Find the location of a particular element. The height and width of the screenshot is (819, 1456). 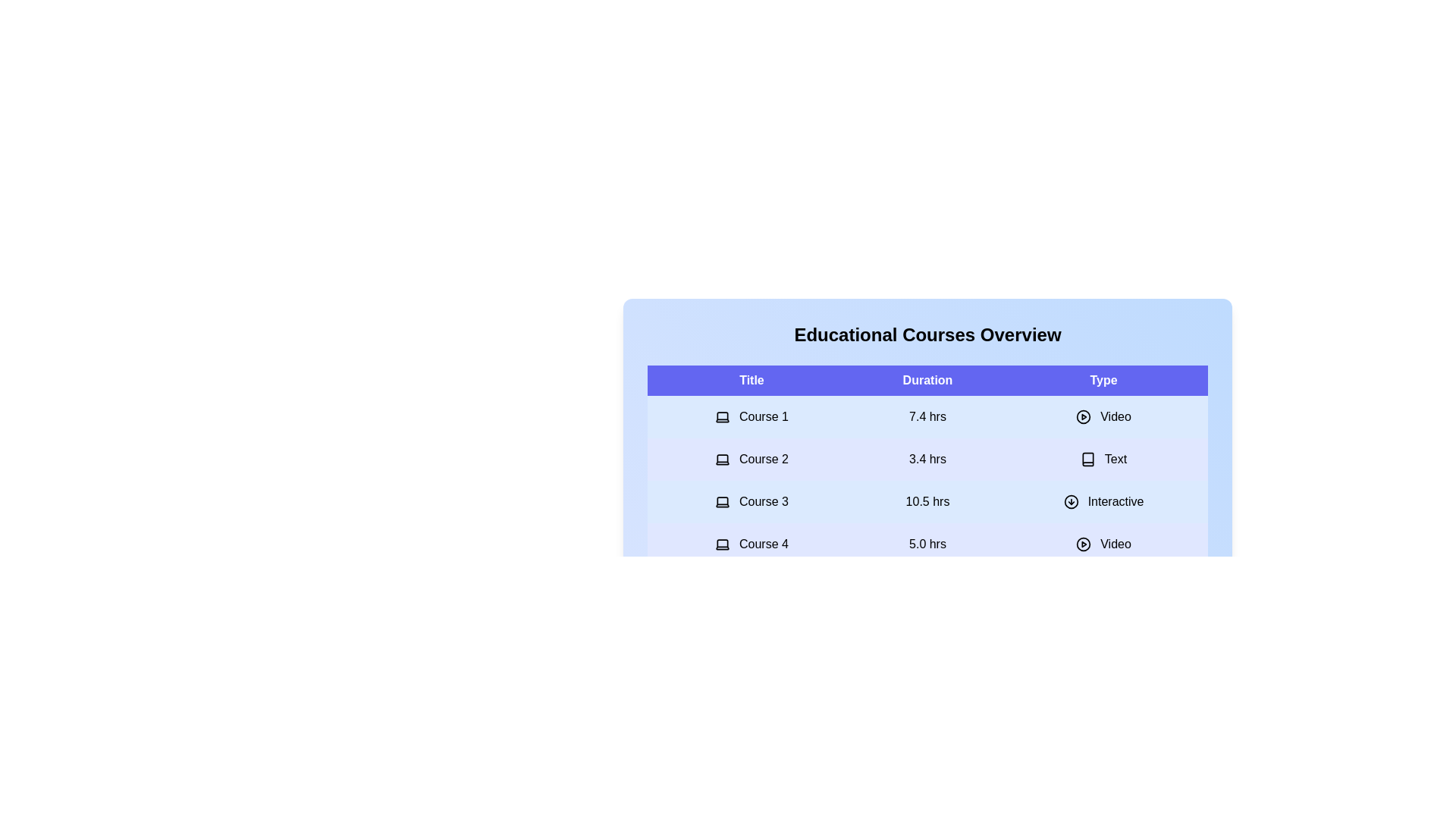

the row corresponding to the course title Course 2 is located at coordinates (751, 458).